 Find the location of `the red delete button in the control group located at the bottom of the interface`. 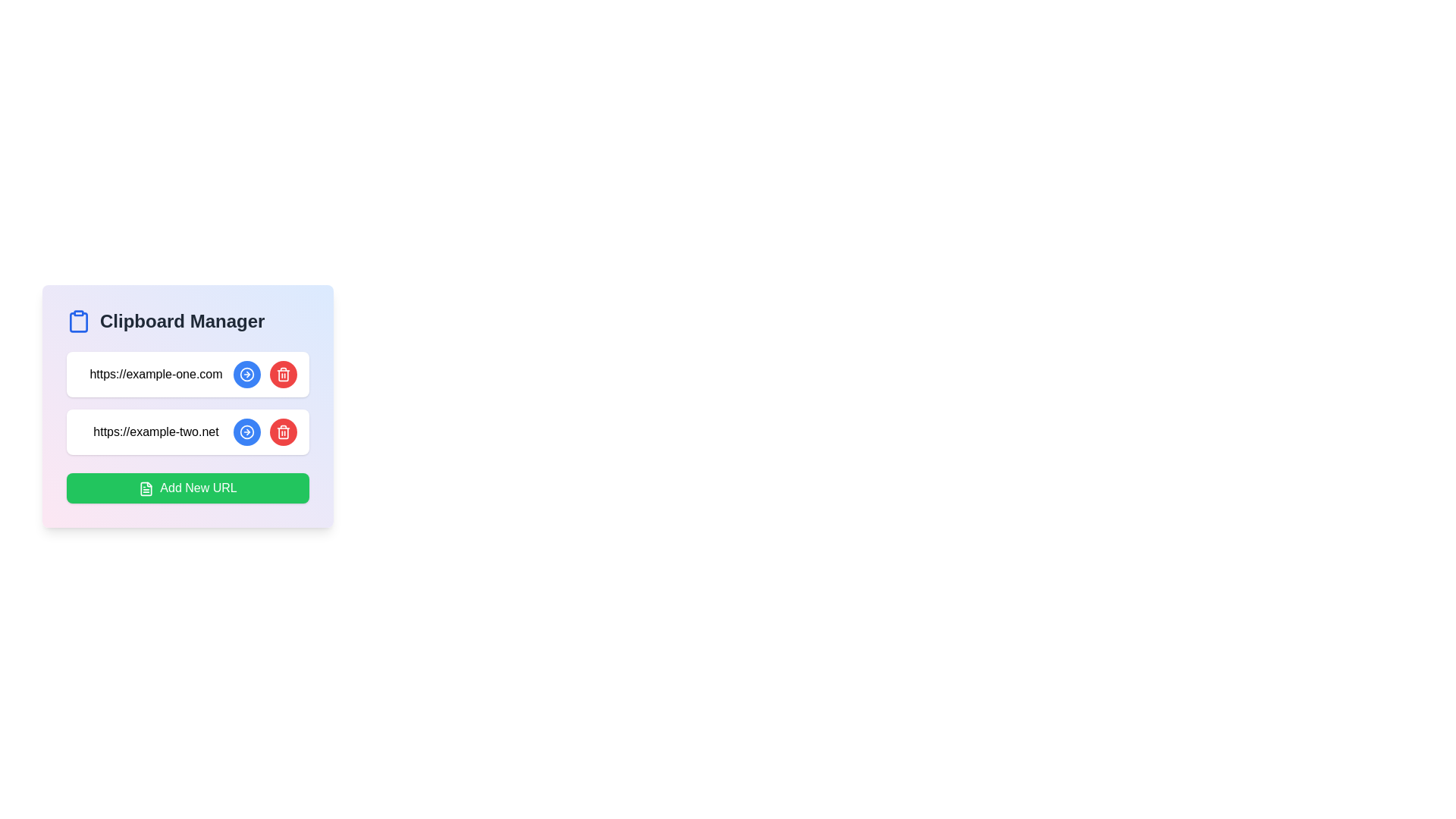

the red delete button in the control group located at the bottom of the interface is located at coordinates (265, 432).